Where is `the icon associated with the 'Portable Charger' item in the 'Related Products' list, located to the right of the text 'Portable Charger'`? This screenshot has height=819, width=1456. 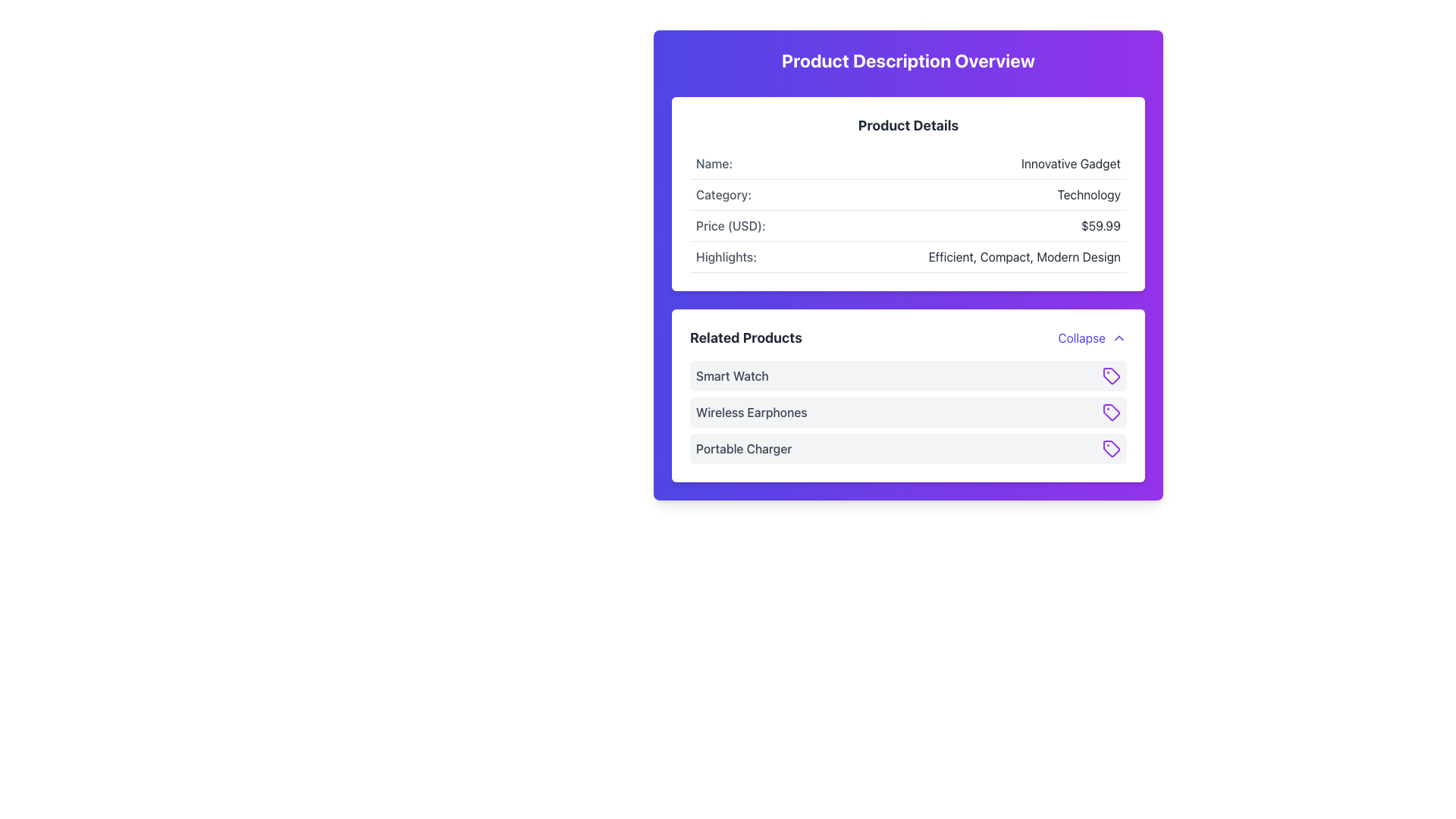 the icon associated with the 'Portable Charger' item in the 'Related Products' list, located to the right of the text 'Portable Charger' is located at coordinates (1111, 375).